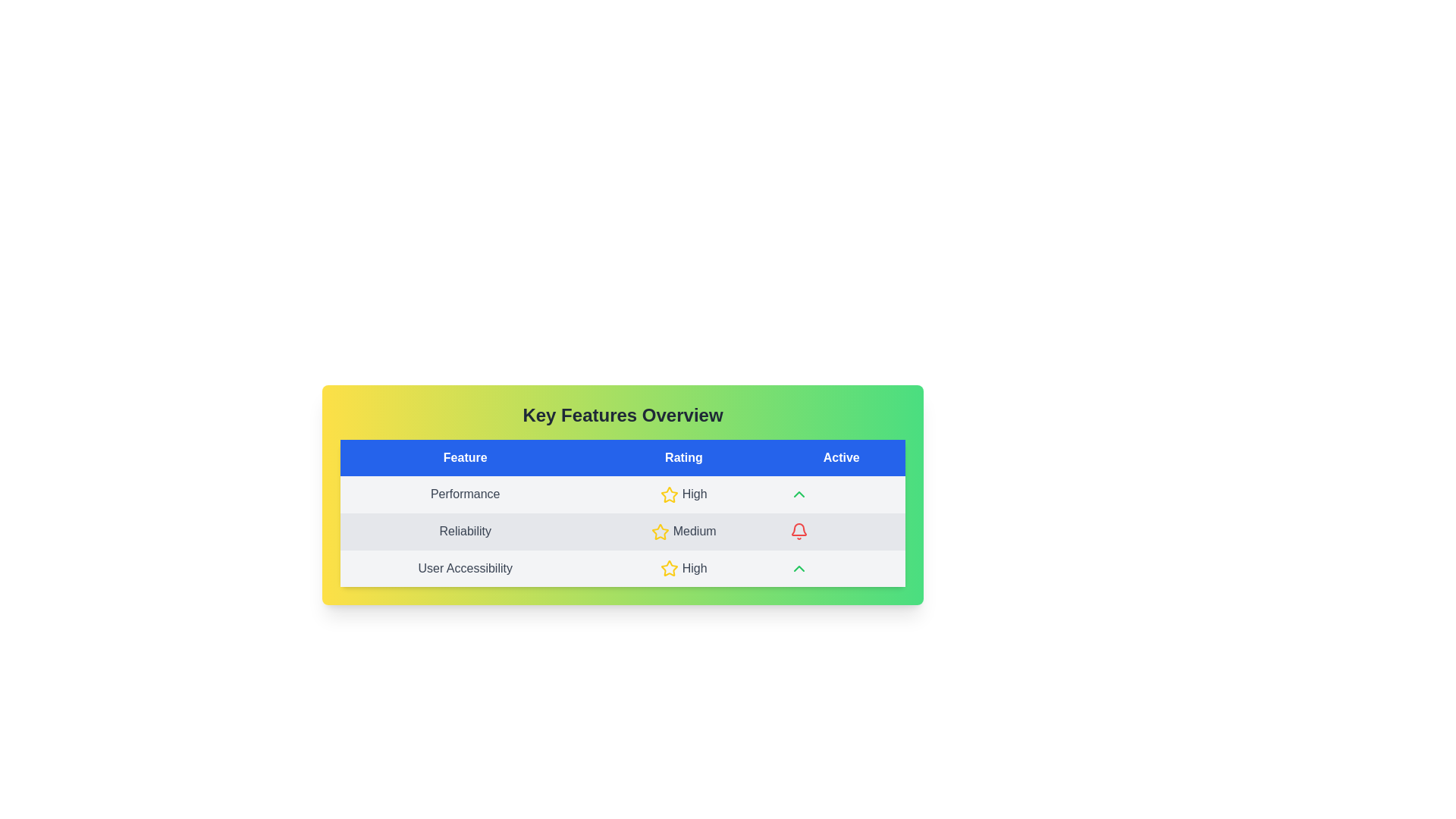 The image size is (1456, 819). Describe the element at coordinates (623, 531) in the screenshot. I see `the second row of the table labeled 'Reliability'` at that location.